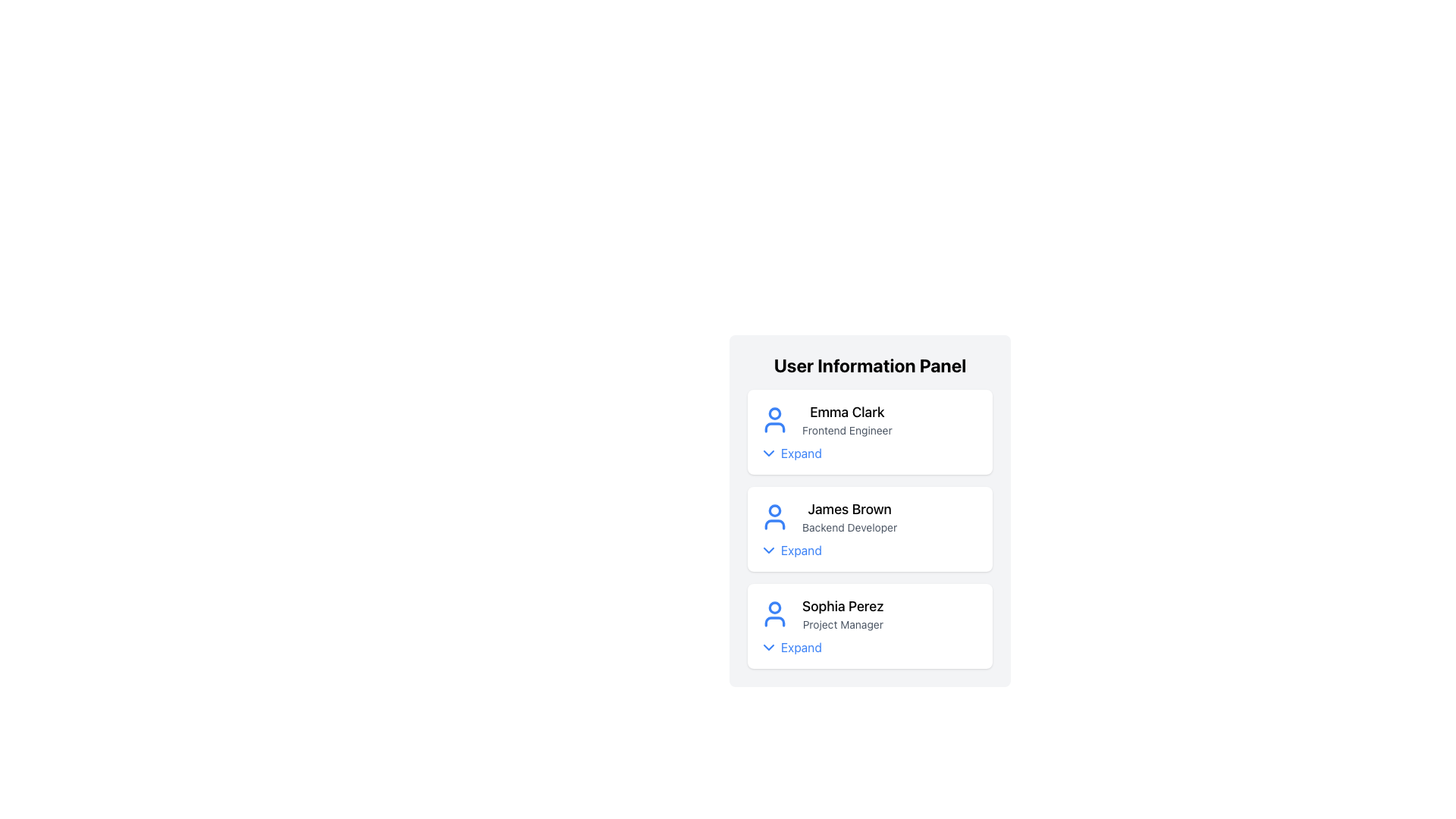 Image resolution: width=1456 pixels, height=819 pixels. What do you see at coordinates (775, 413) in the screenshot?
I see `the graphical representation of the user profile icon located in the first list item of the 'User Information Panel' section under 'Emma Clark, Frontend Engineer'` at bounding box center [775, 413].